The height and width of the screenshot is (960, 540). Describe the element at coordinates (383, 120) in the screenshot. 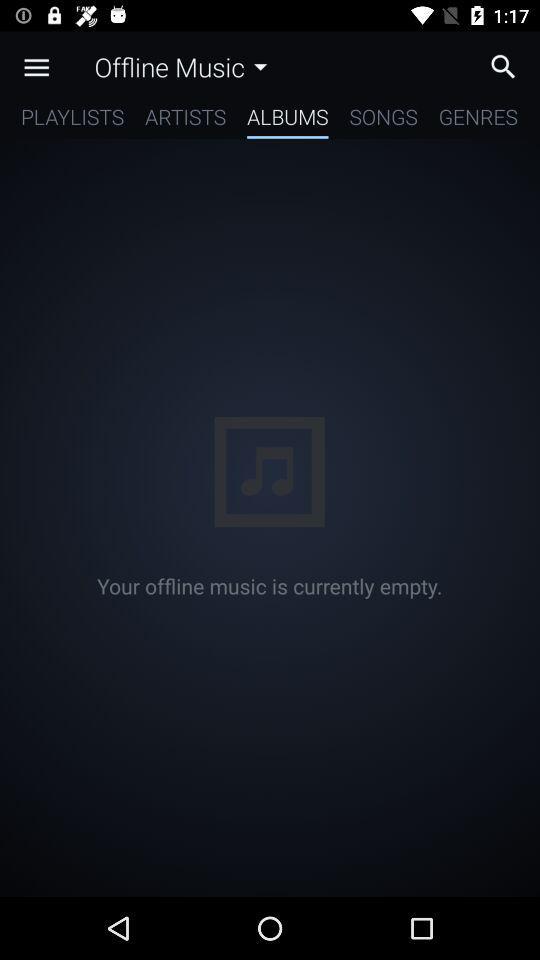

I see `app next to the albums app` at that location.